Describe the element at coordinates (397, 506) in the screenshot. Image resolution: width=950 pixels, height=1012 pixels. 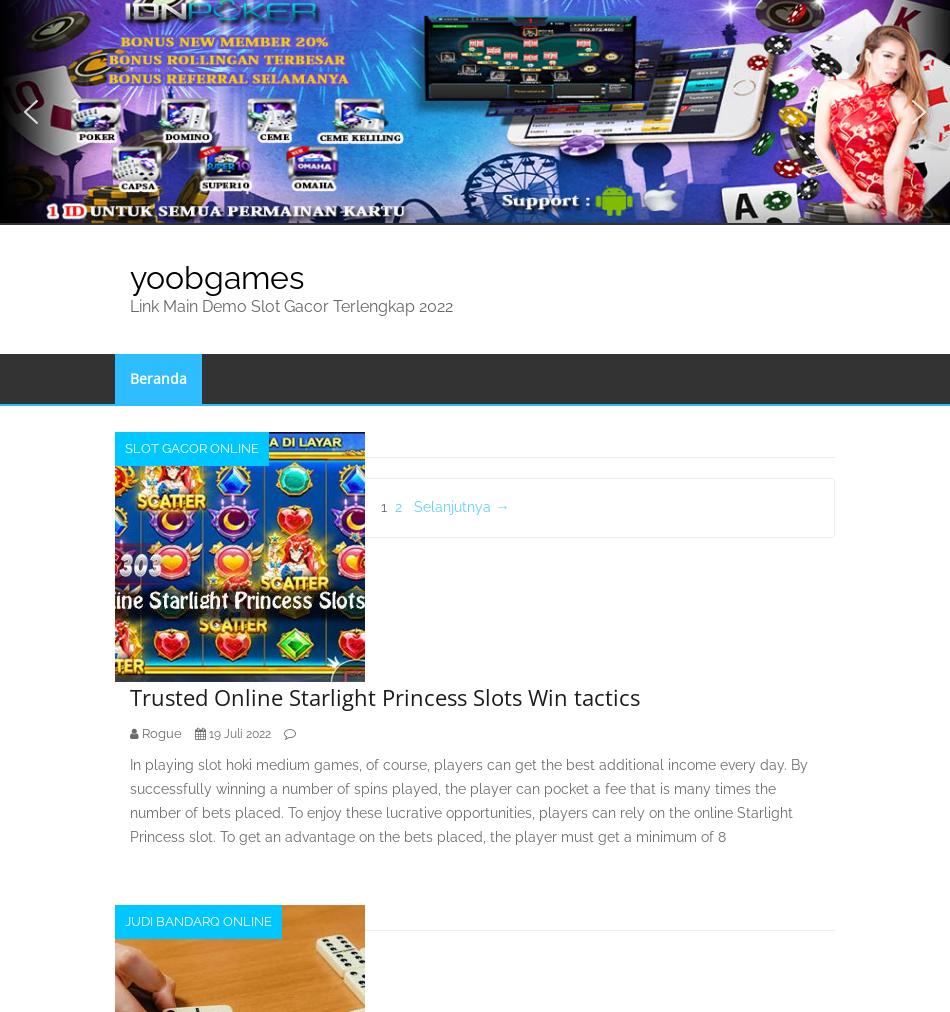
I see `'2'` at that location.